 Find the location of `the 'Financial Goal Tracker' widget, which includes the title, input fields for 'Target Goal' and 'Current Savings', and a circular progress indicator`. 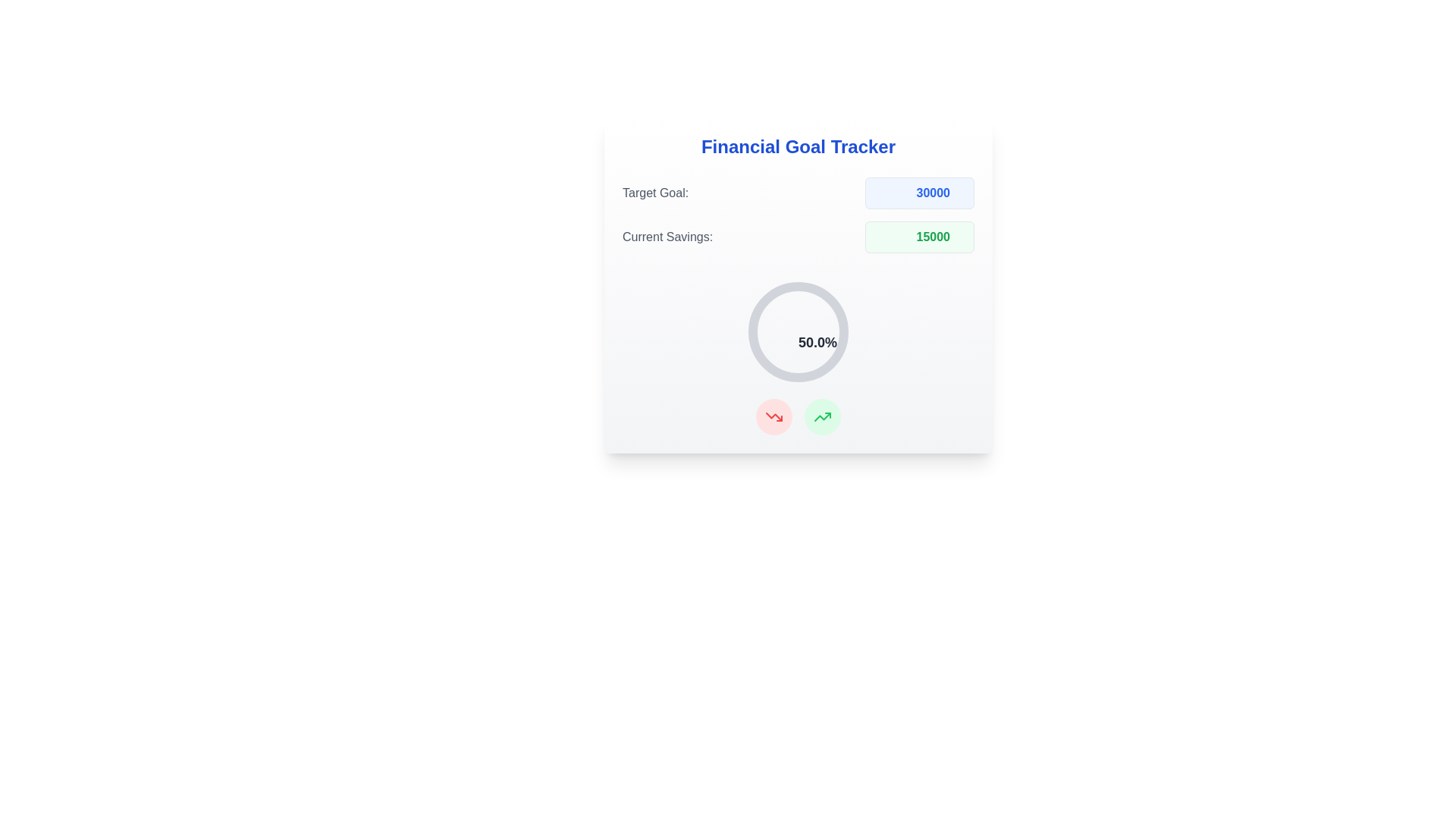

the 'Financial Goal Tracker' widget, which includes the title, input fields for 'Target Goal' and 'Current Savings', and a circular progress indicator is located at coordinates (797, 284).